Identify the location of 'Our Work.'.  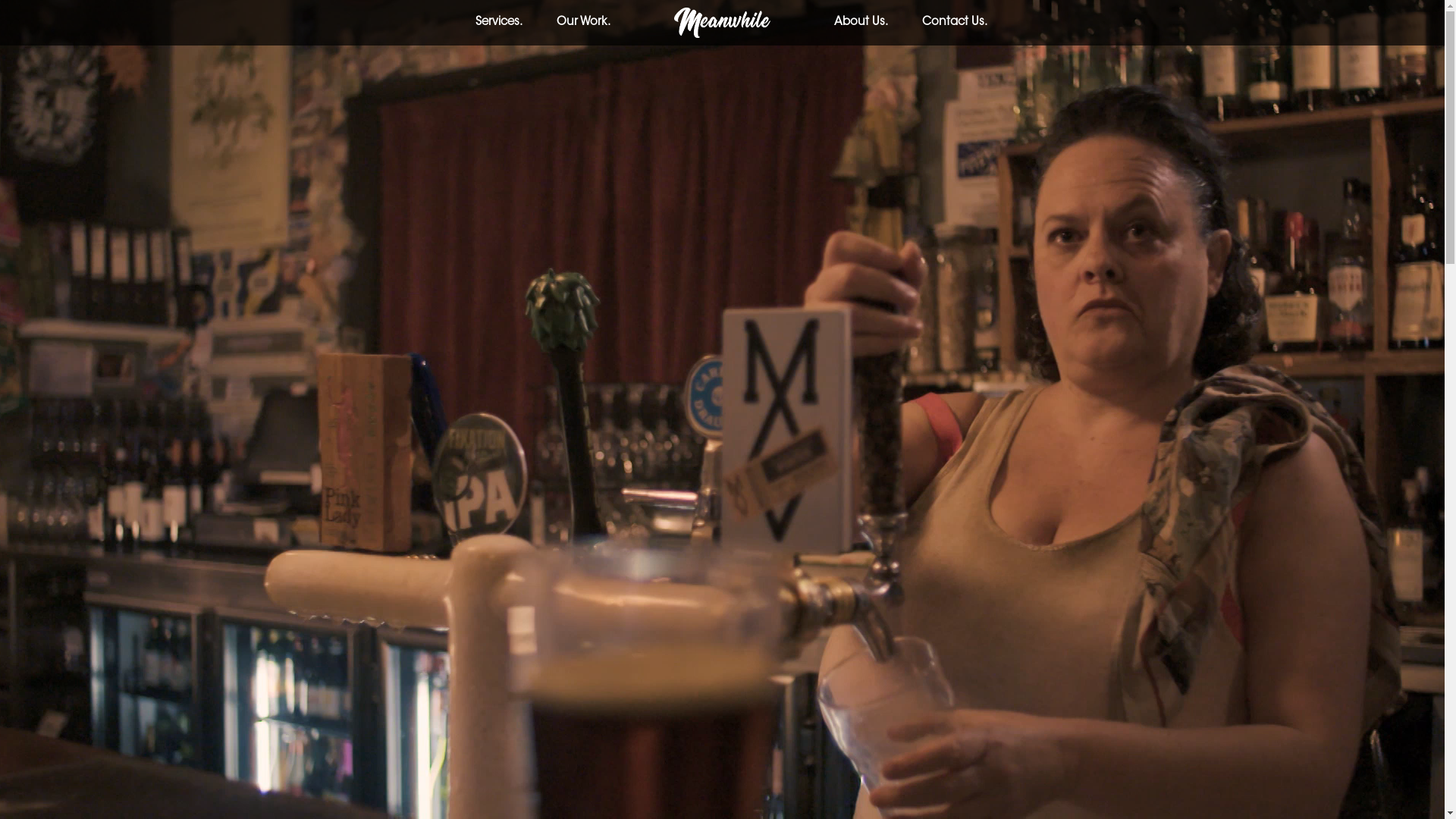
(582, 22).